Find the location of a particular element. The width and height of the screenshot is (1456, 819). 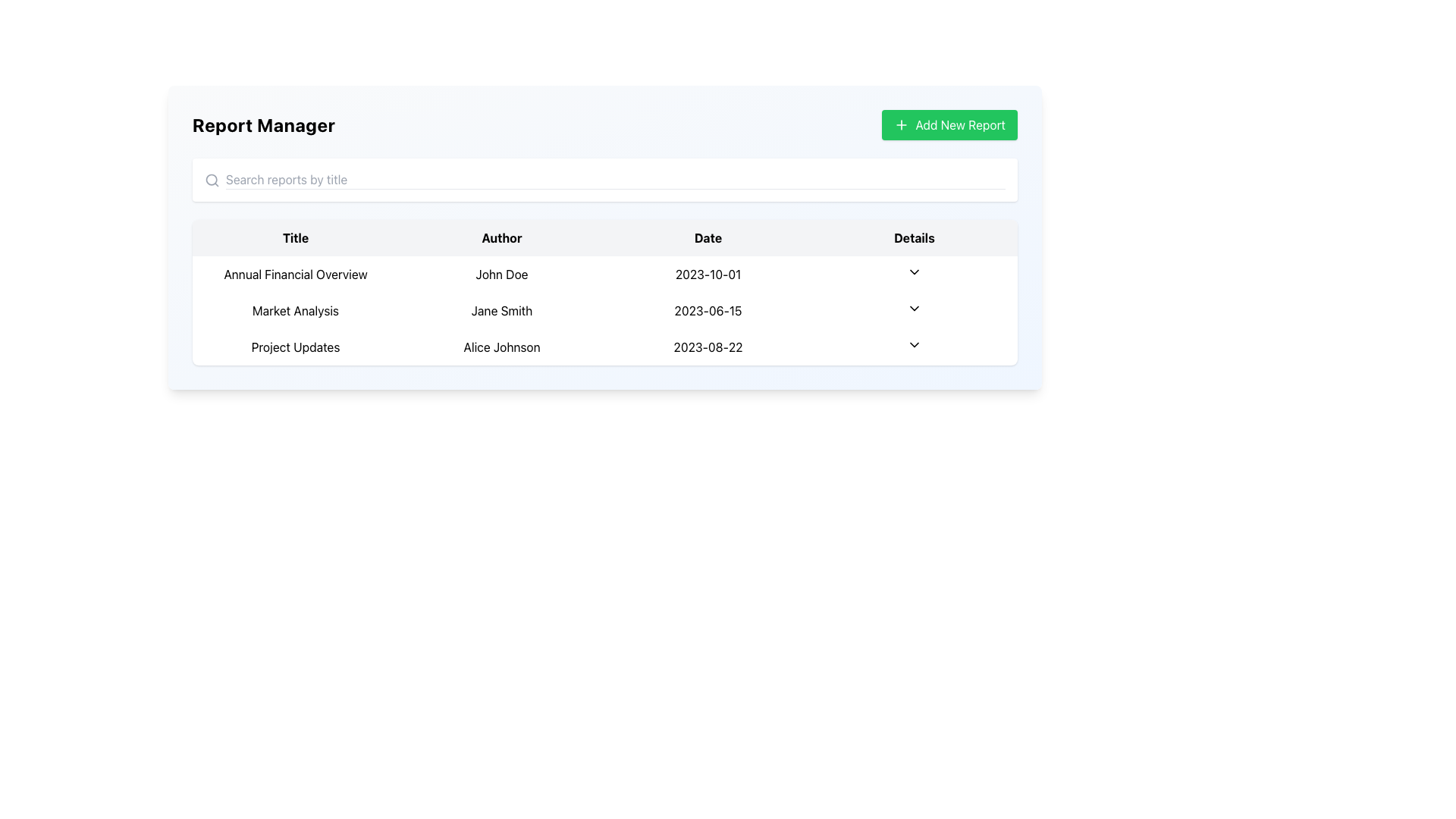

the text label displaying 'Market Analysis' located in the second row of the table under the 'Title' column is located at coordinates (295, 309).